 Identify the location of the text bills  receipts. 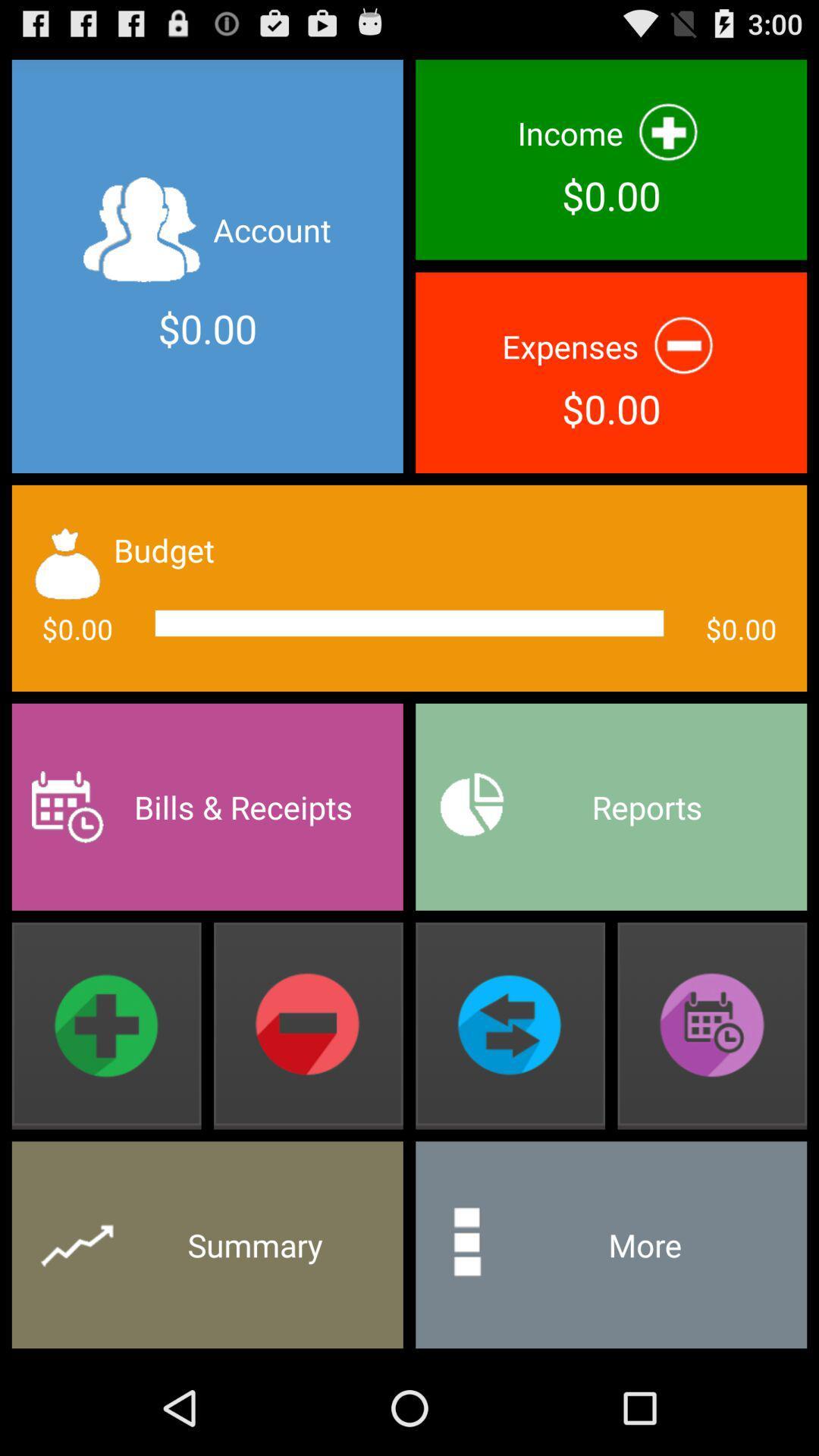
(207, 806).